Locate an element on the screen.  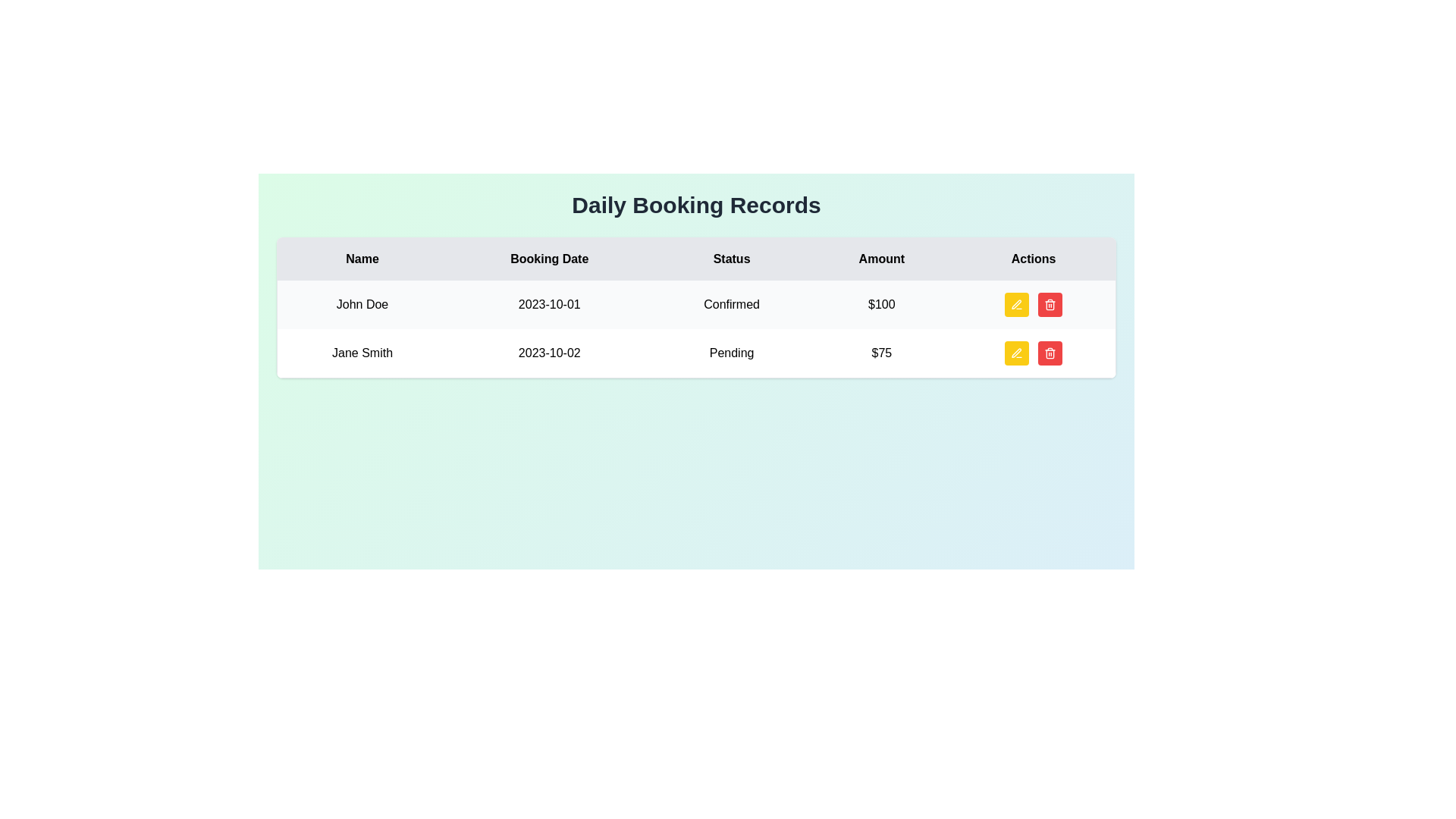
the header label indicating the dates of bookings, which is the second item in the header row of the table, positioned between 'Name' and 'Status' is located at coordinates (548, 258).